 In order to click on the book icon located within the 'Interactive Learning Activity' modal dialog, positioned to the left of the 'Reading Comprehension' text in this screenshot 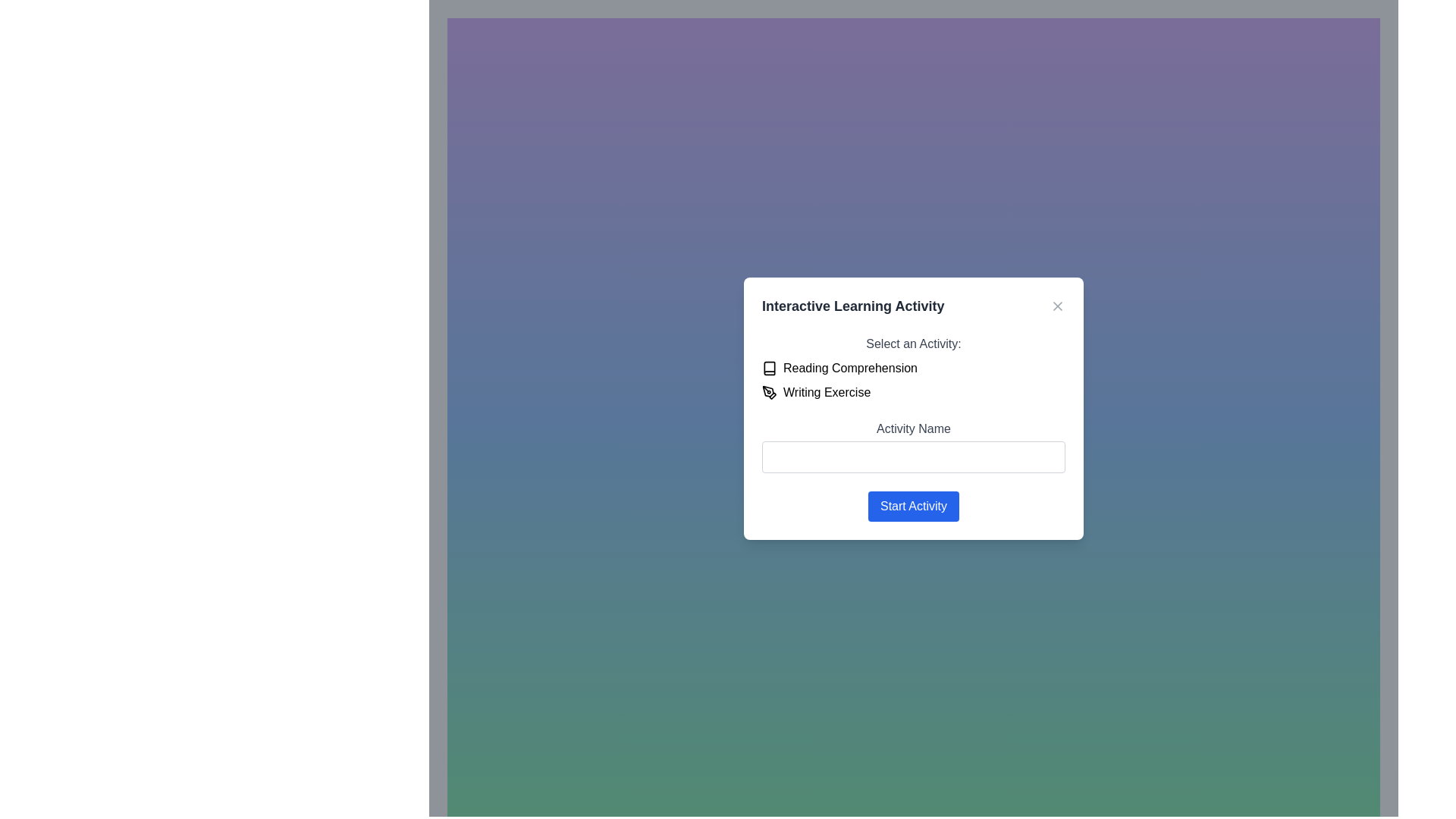, I will do `click(769, 368)`.